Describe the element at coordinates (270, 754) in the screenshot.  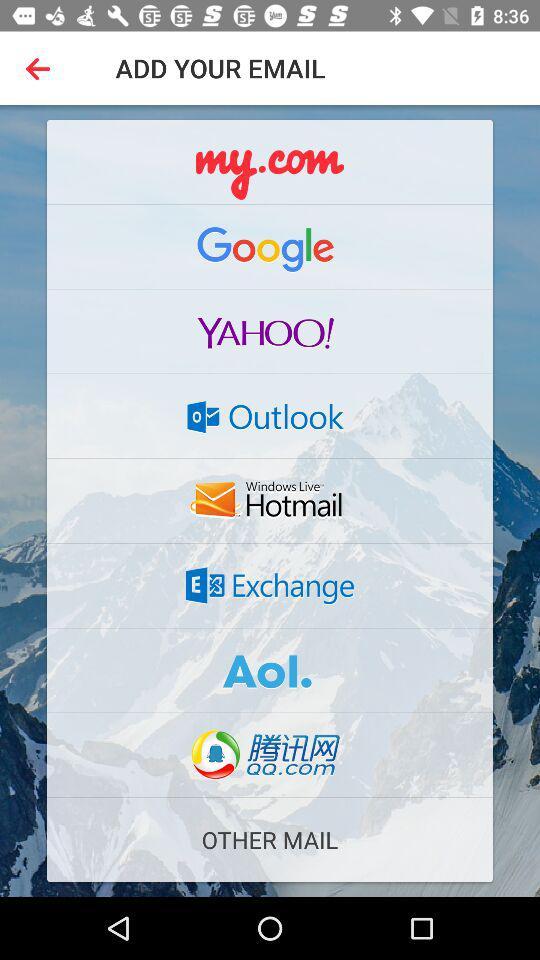
I see `qq email address` at that location.